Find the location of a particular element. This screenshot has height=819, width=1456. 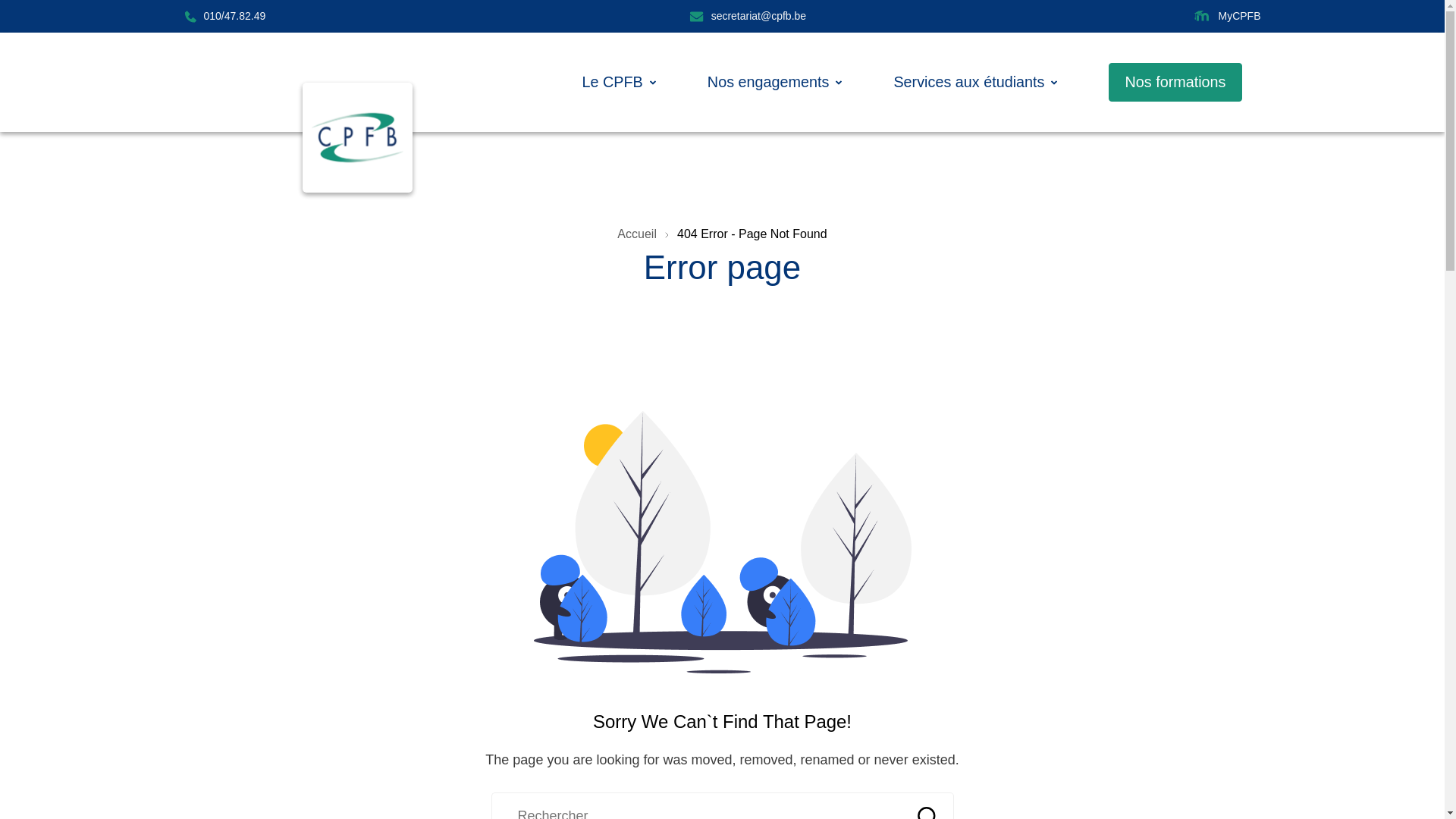

'Nos engagements' is located at coordinates (768, 82).